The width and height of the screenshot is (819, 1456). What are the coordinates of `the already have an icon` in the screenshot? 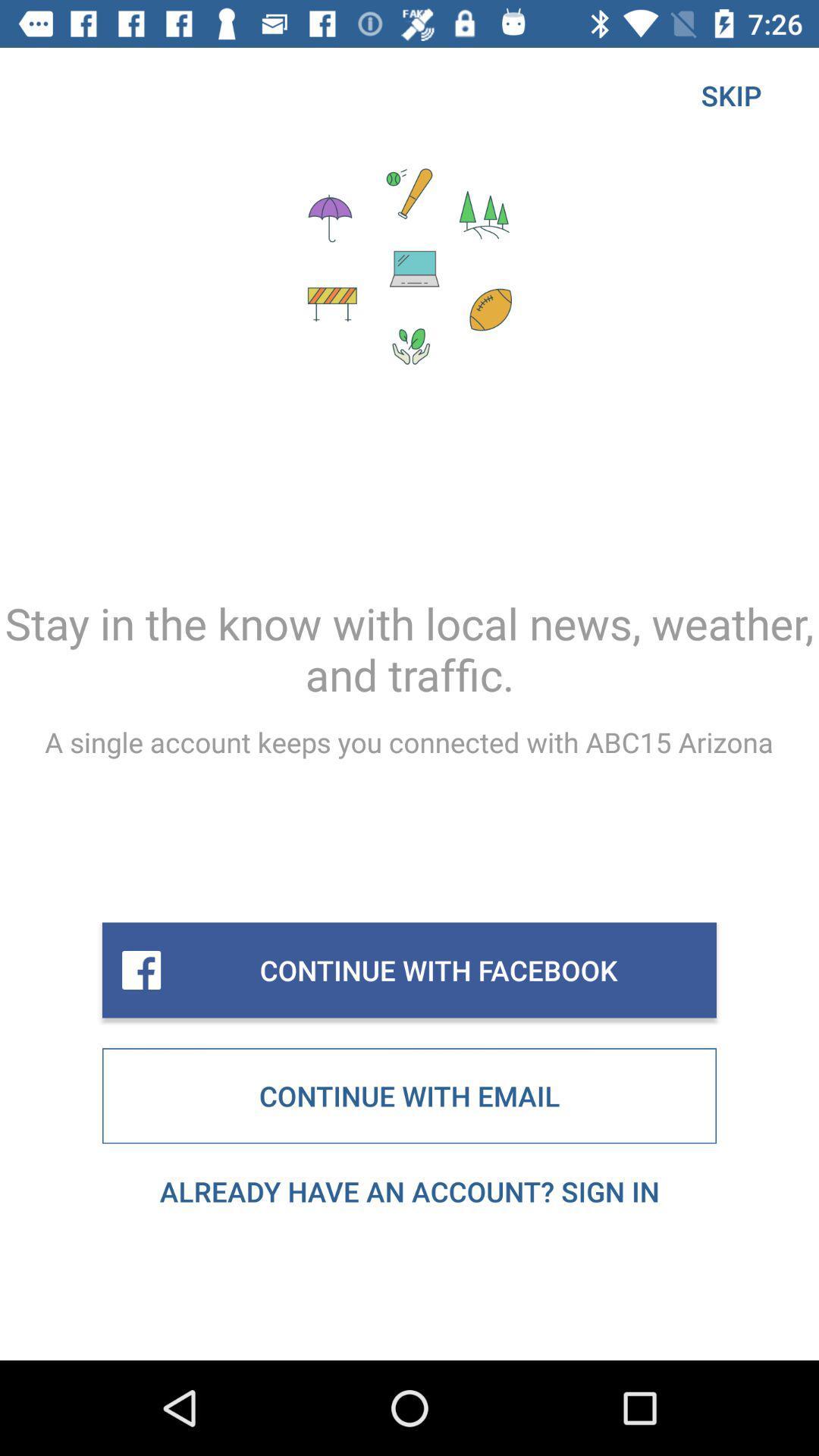 It's located at (409, 1191).